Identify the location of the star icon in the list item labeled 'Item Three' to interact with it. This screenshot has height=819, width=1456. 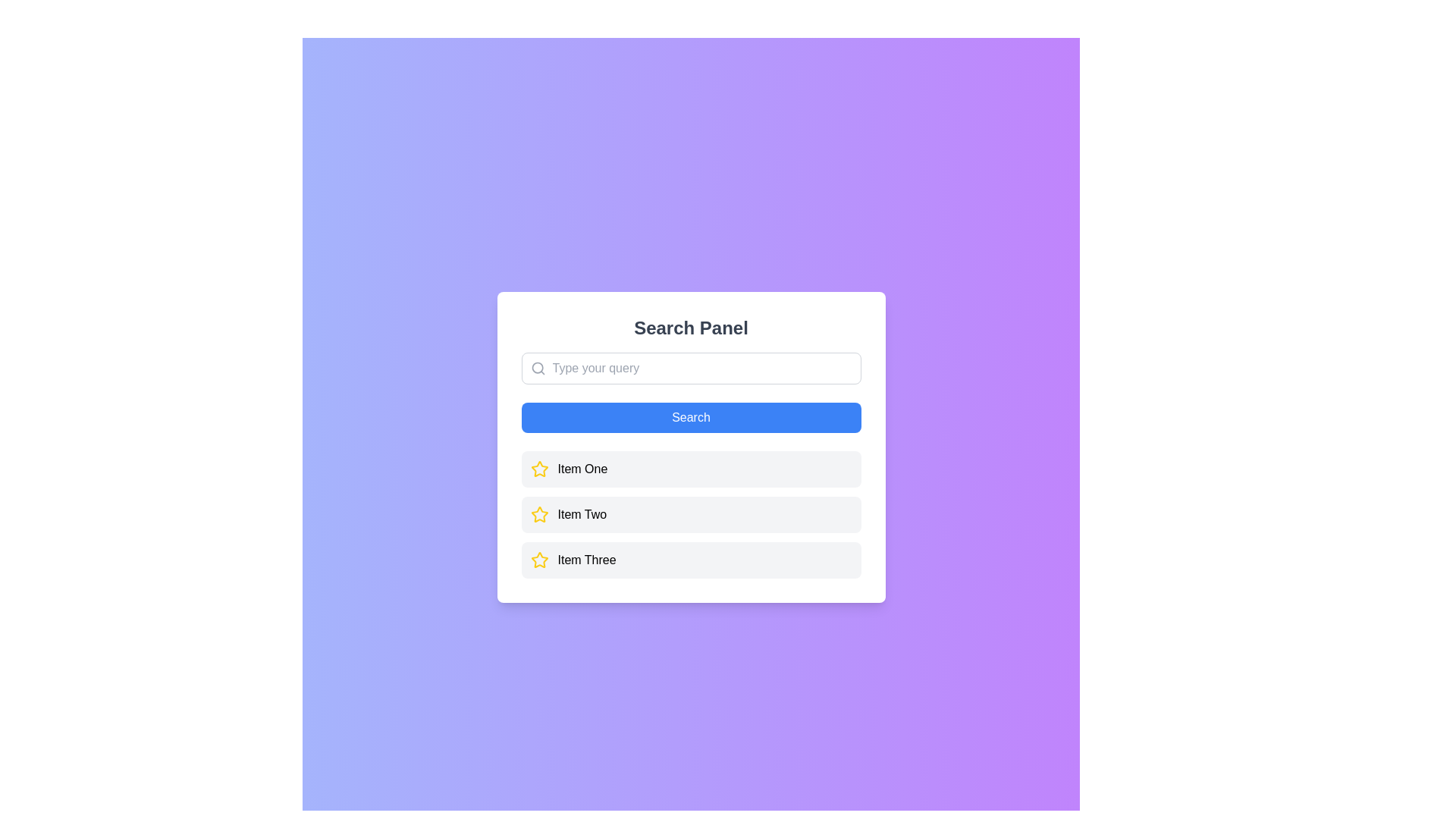
(539, 560).